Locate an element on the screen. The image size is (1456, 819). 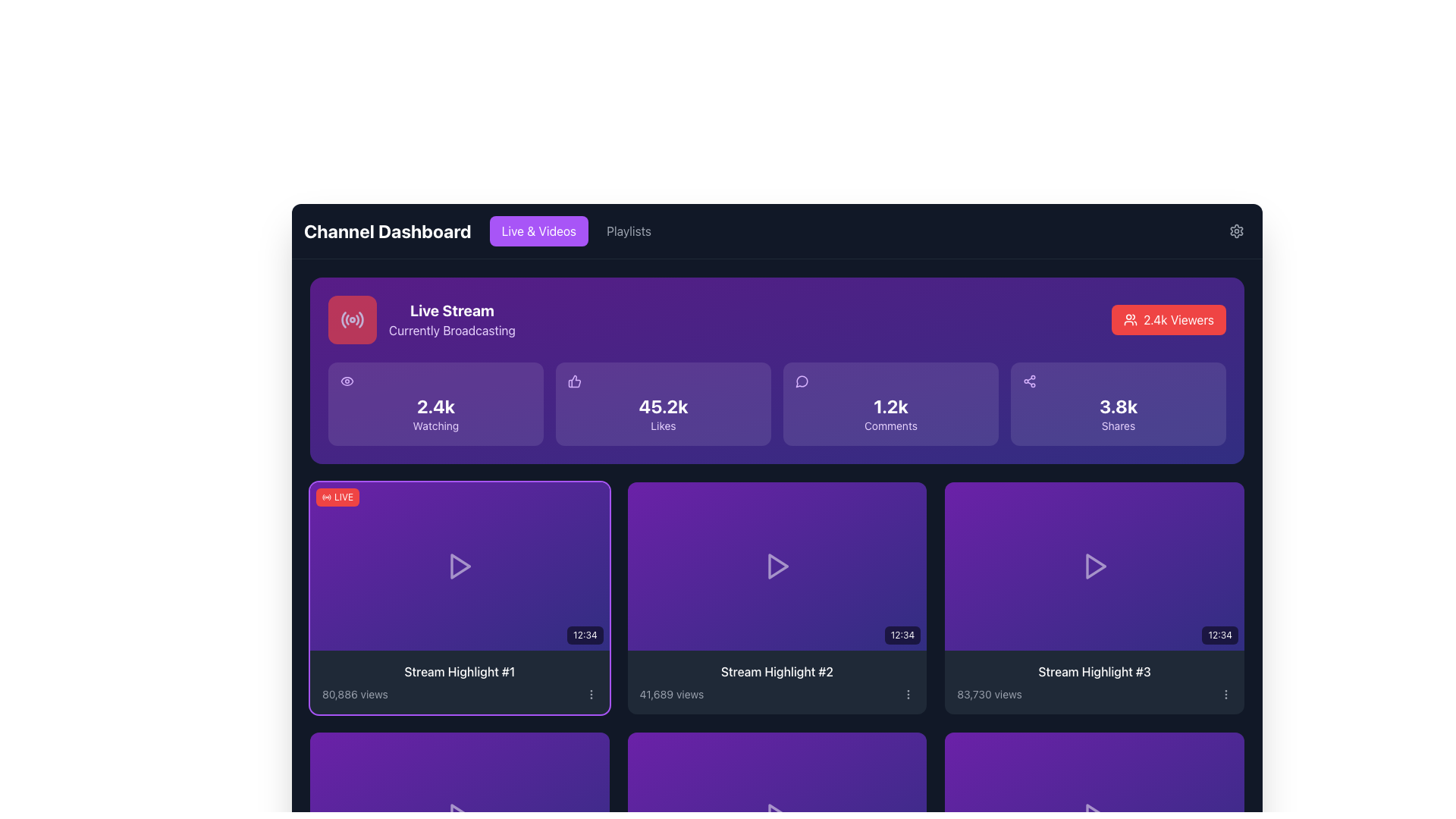
the rectangular button with a purple background and white text reading 'Live & Videos' is located at coordinates (576, 231).